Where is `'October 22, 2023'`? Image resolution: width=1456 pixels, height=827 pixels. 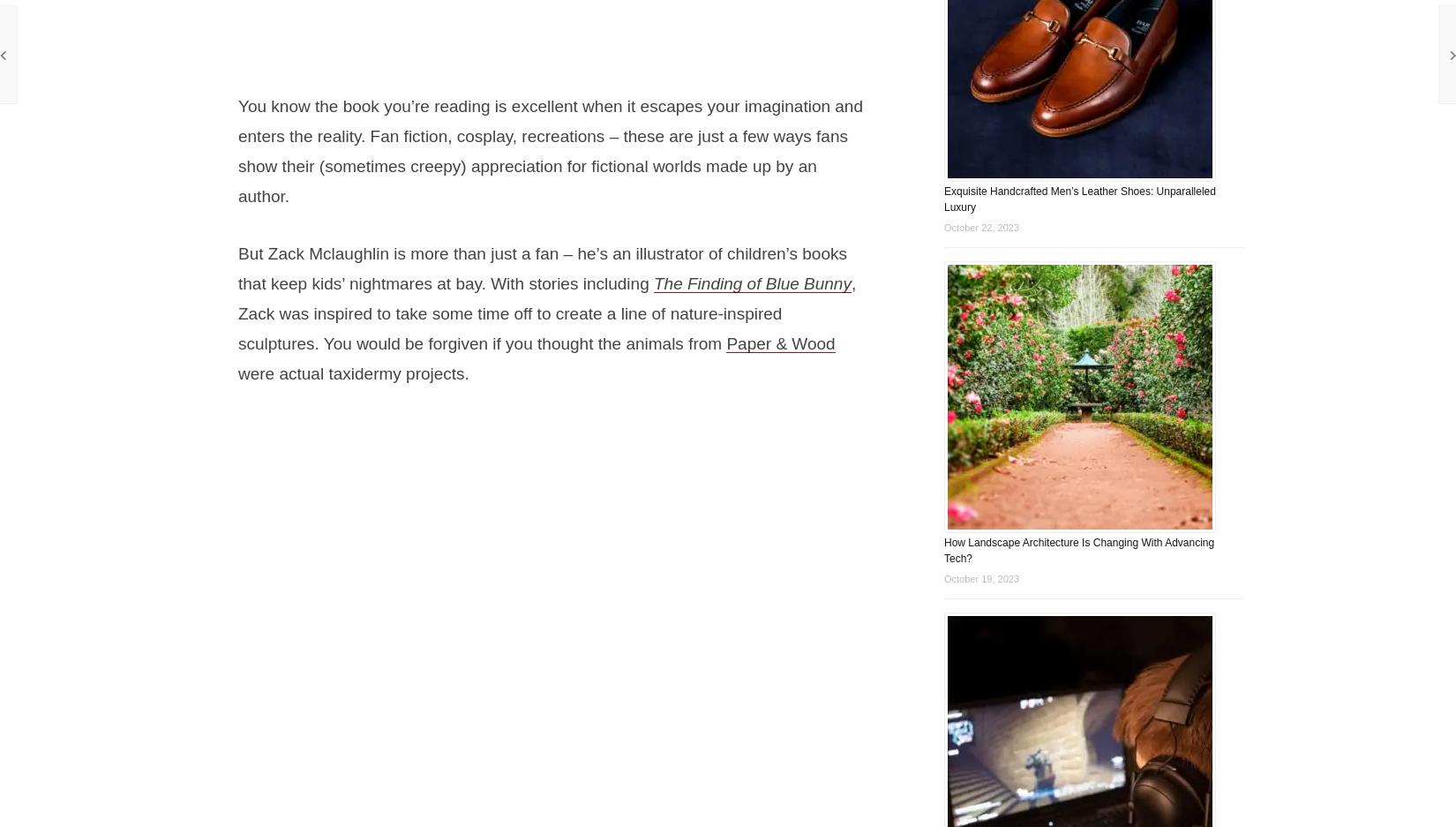 'October 22, 2023' is located at coordinates (981, 227).